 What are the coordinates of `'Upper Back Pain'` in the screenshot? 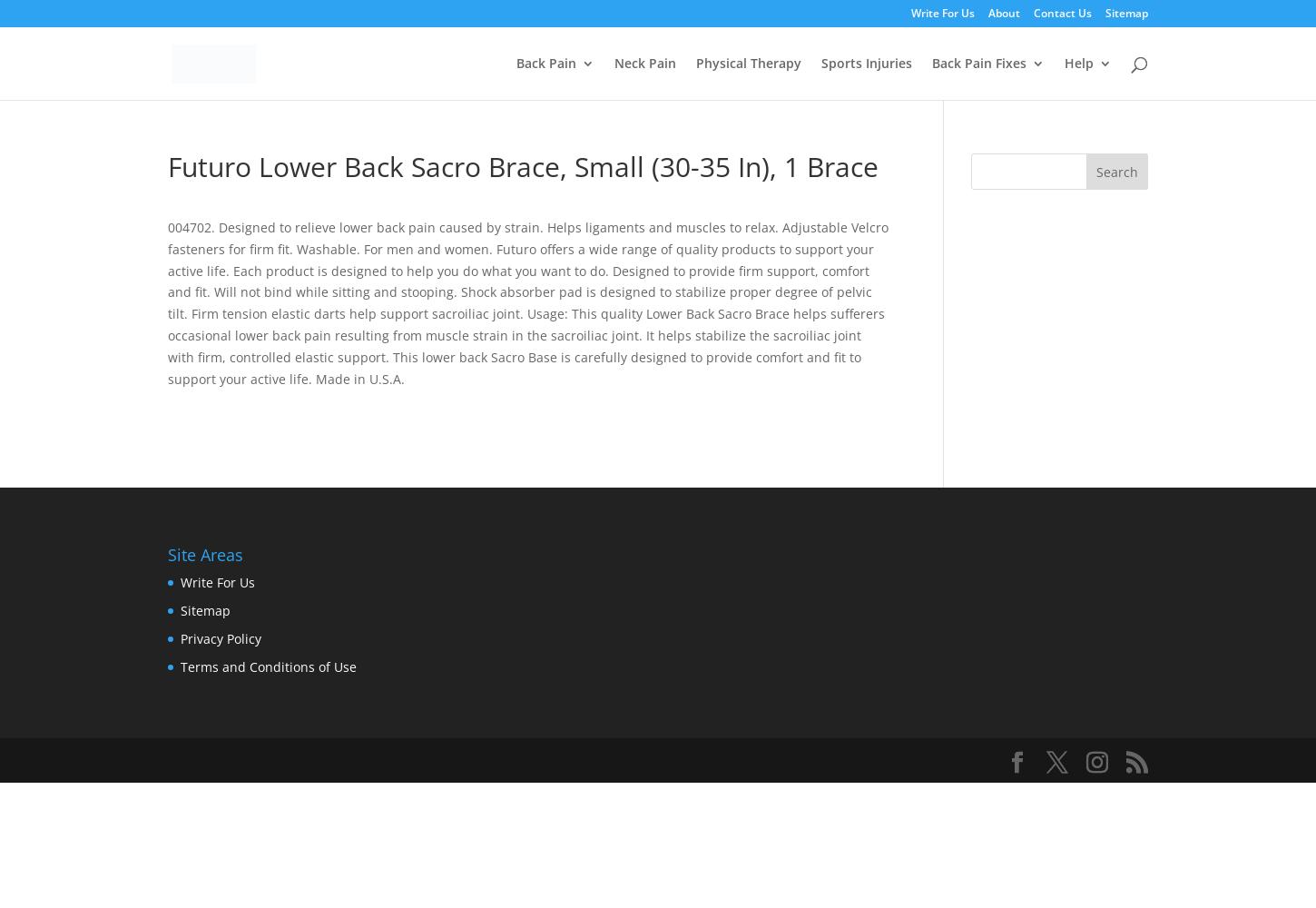 It's located at (602, 247).